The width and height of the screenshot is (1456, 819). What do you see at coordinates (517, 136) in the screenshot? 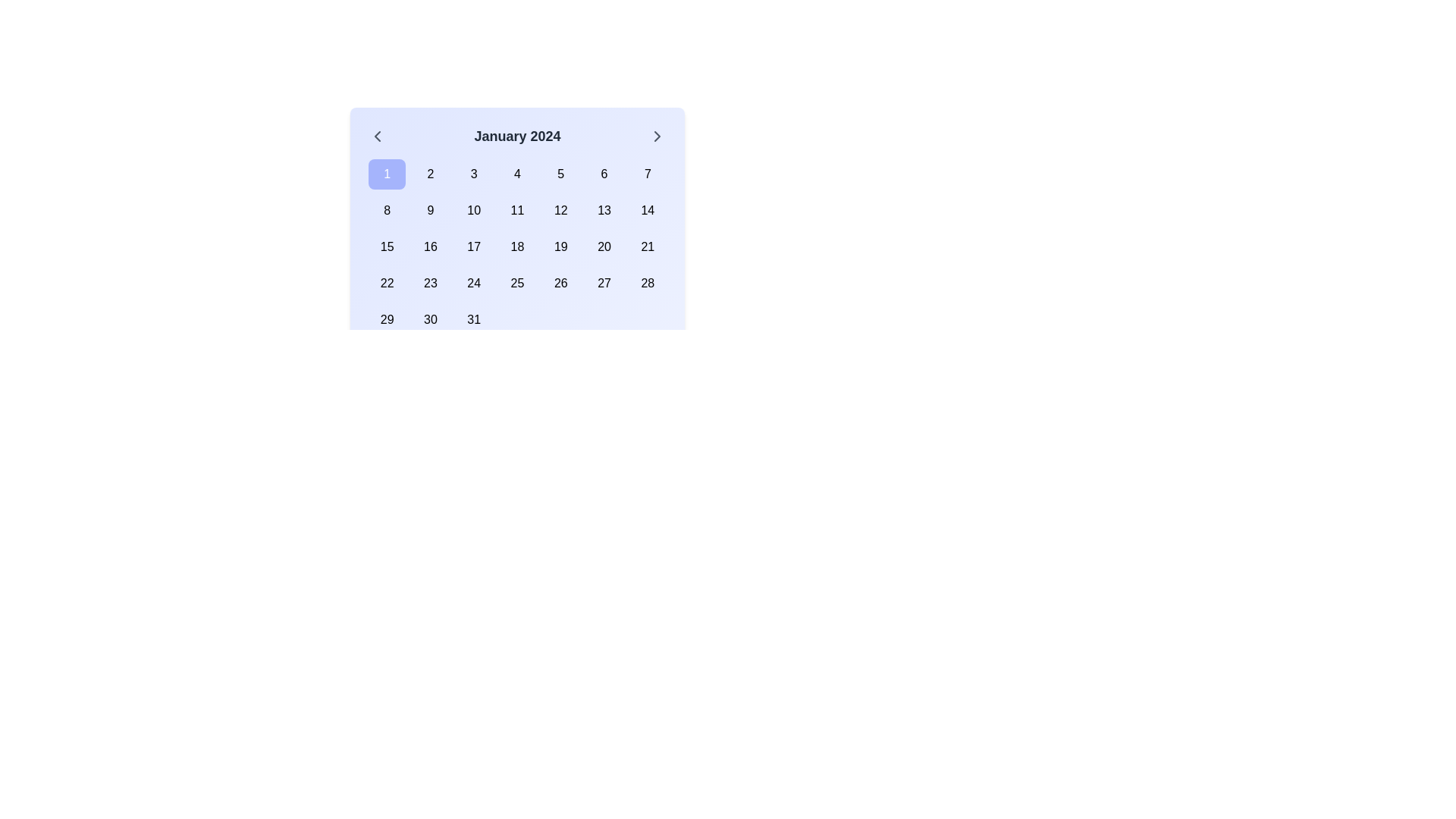
I see `displayed text from the text label that shows the currently selected month and year in the calendar interface, located centrally in the horizontal layout bar at the top, between the navigation arrow icons` at bounding box center [517, 136].